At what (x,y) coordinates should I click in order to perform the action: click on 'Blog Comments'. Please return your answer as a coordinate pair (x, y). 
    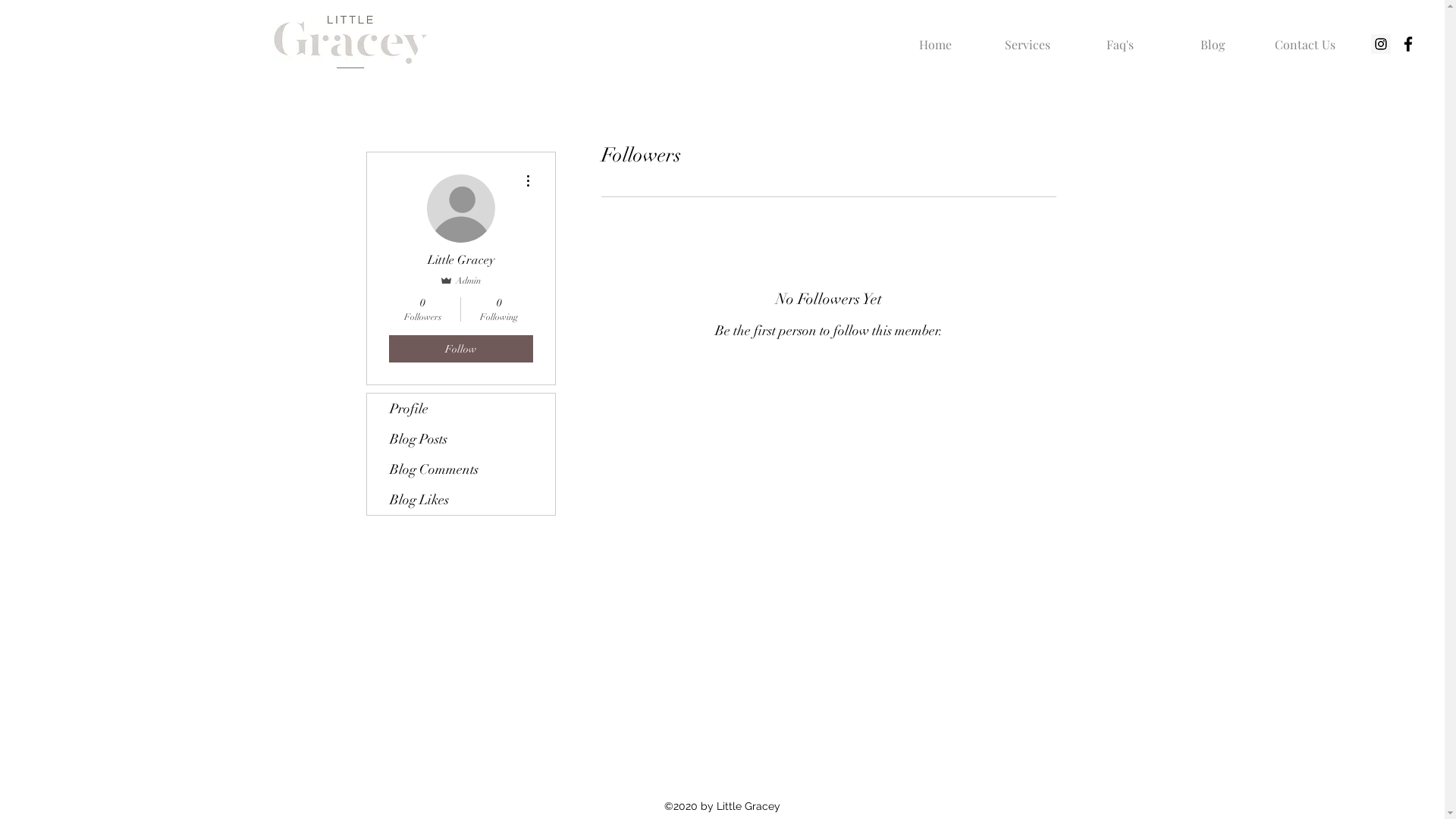
    Looking at the image, I should click on (367, 468).